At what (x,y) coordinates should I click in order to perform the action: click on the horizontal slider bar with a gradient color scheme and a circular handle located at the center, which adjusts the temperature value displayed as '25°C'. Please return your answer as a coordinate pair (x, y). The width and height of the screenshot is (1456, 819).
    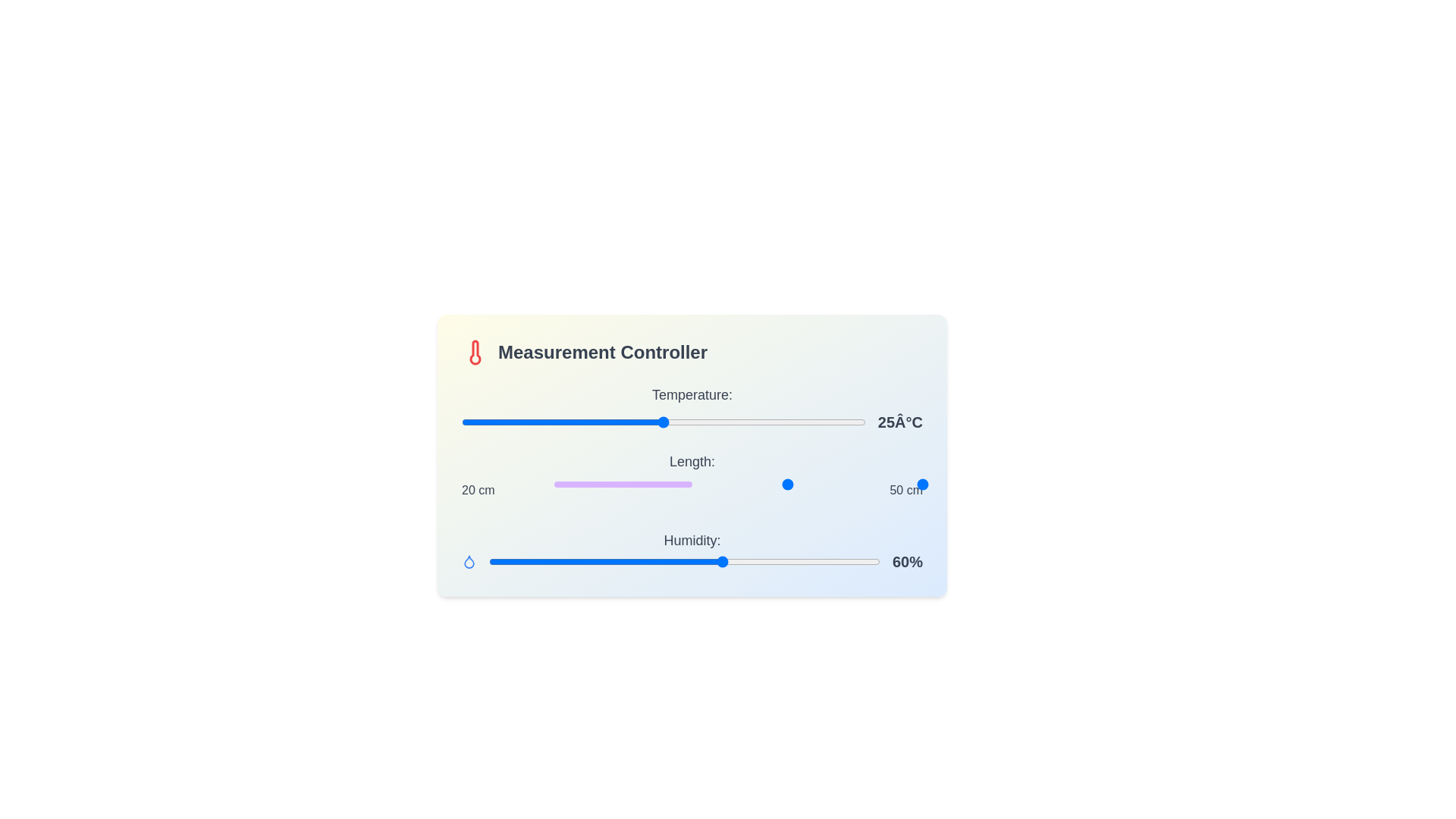
    Looking at the image, I should click on (664, 422).